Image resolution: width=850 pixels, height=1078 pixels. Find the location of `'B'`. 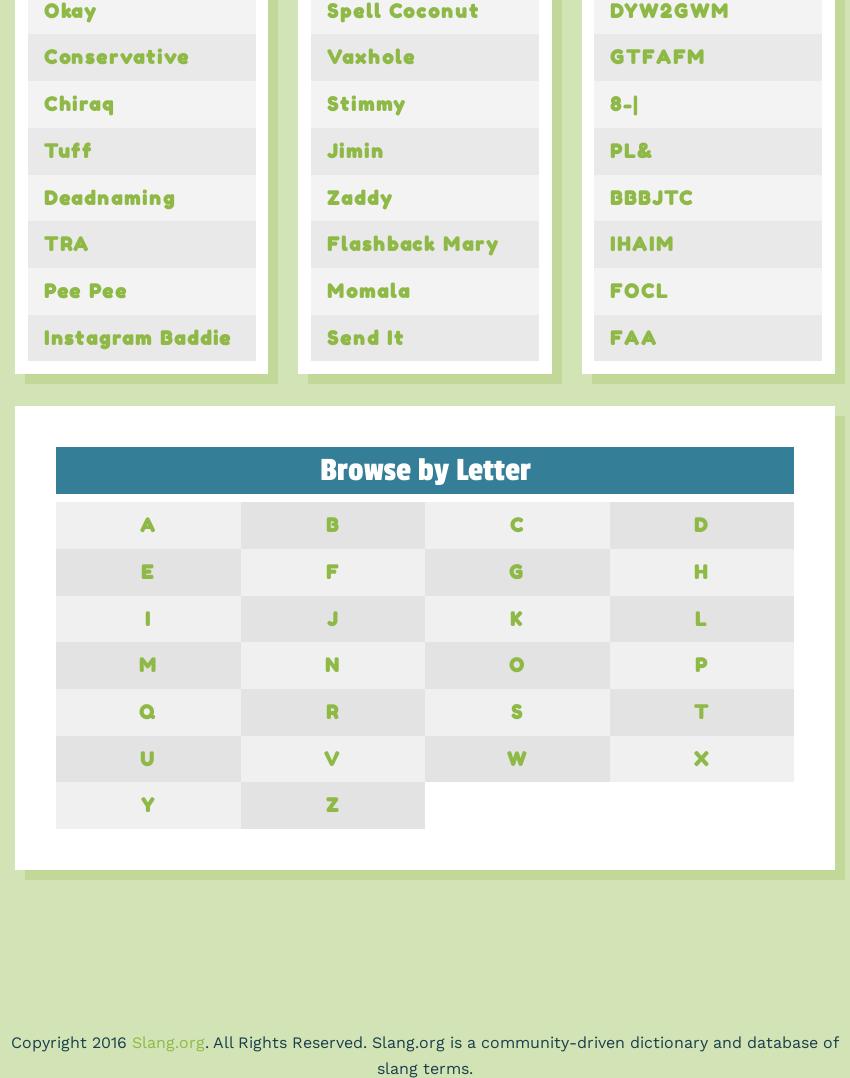

'B' is located at coordinates (332, 524).